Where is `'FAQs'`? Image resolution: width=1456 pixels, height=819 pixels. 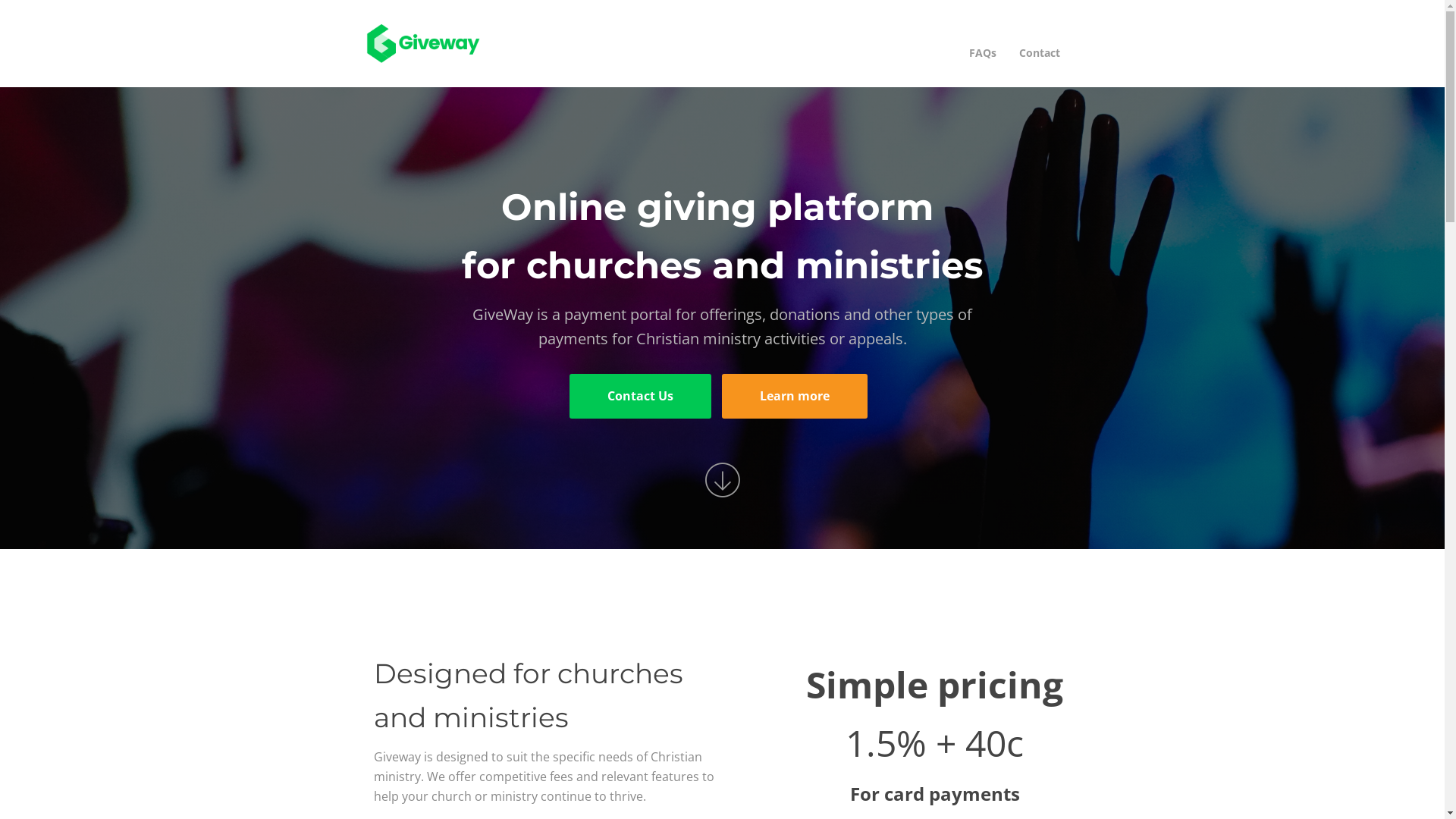 'FAQs' is located at coordinates (956, 52).